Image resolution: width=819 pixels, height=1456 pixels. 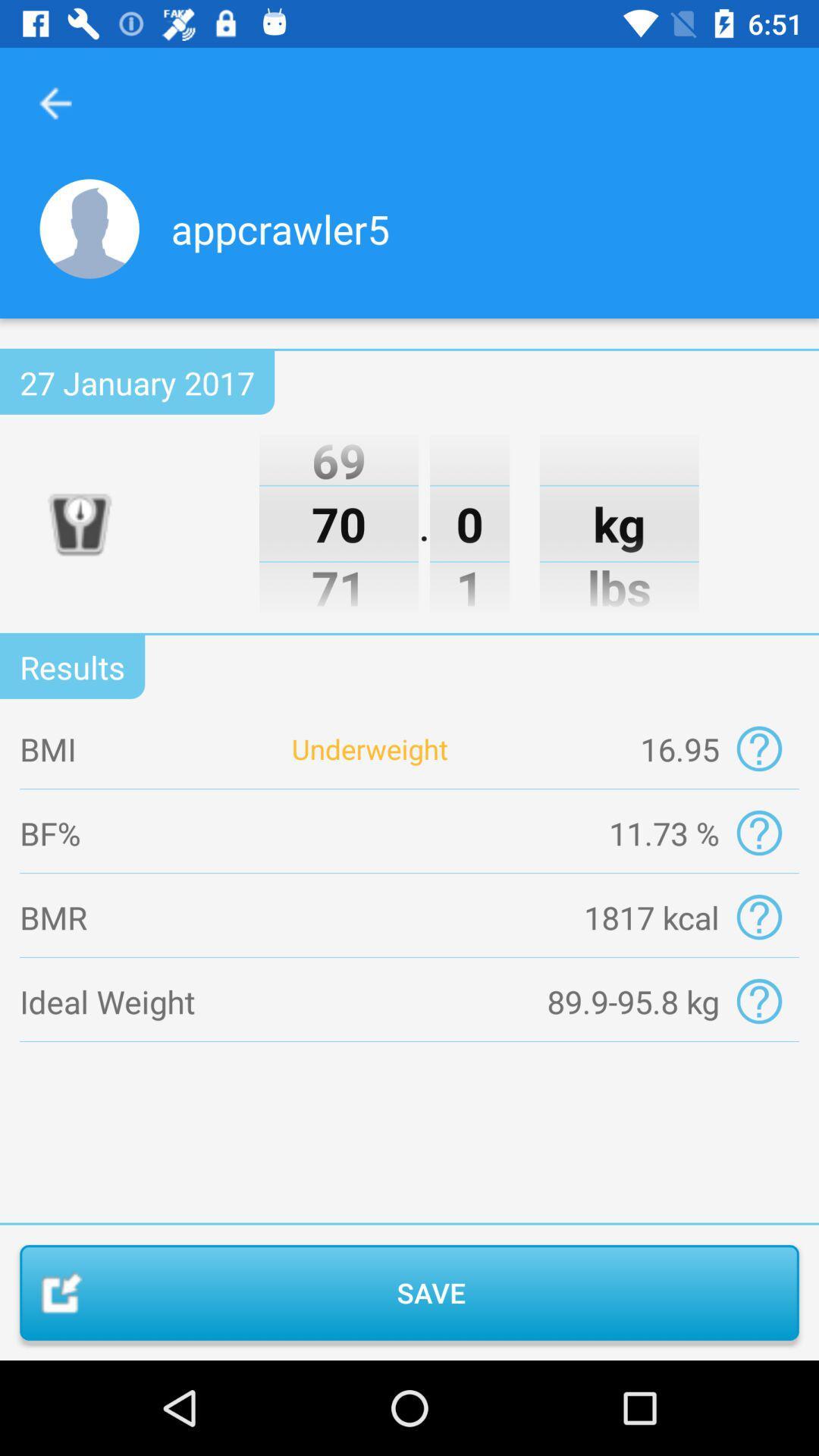 What do you see at coordinates (759, 832) in the screenshot?
I see `extra information` at bounding box center [759, 832].